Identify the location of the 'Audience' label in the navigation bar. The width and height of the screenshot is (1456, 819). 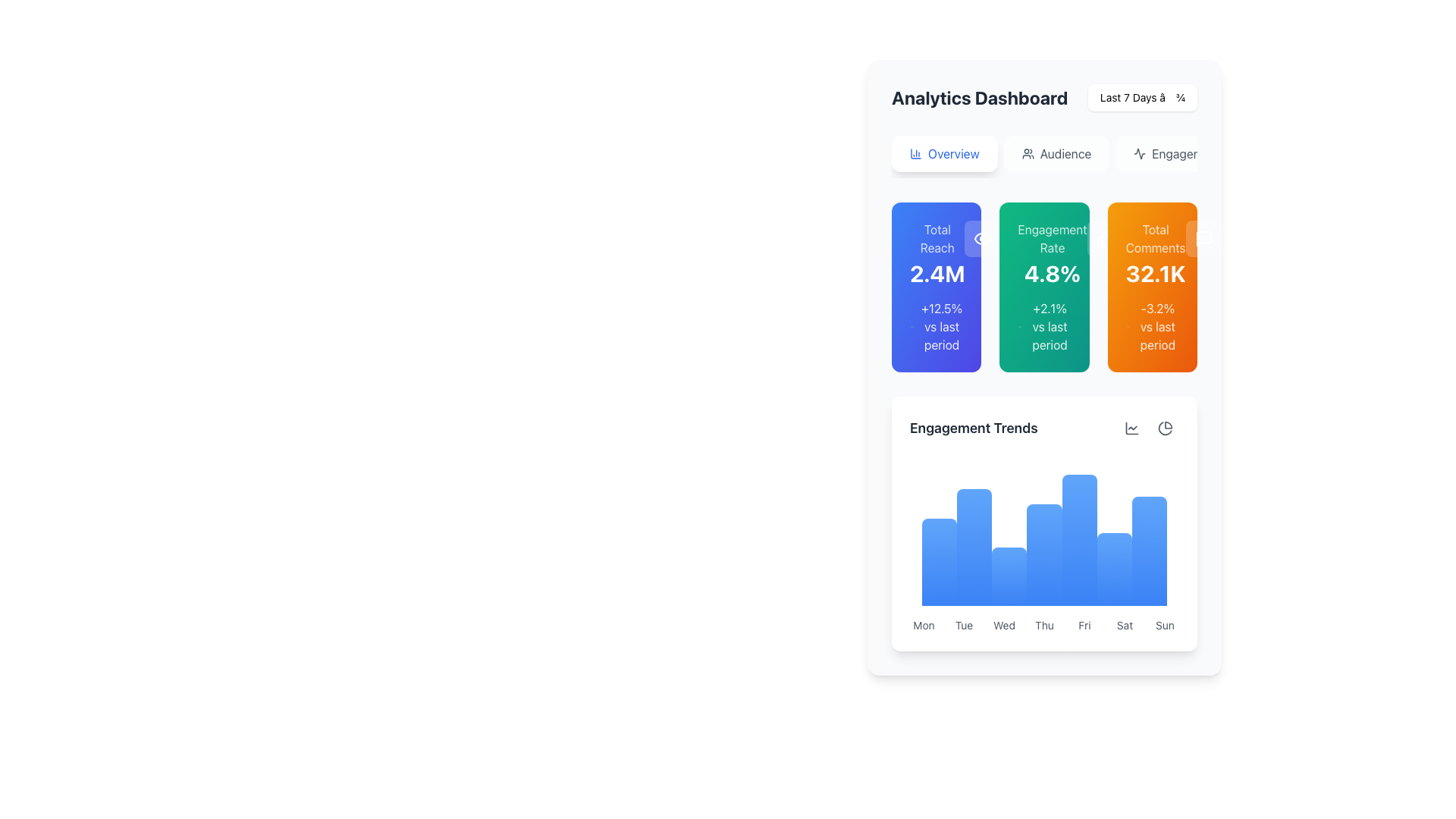
(1065, 154).